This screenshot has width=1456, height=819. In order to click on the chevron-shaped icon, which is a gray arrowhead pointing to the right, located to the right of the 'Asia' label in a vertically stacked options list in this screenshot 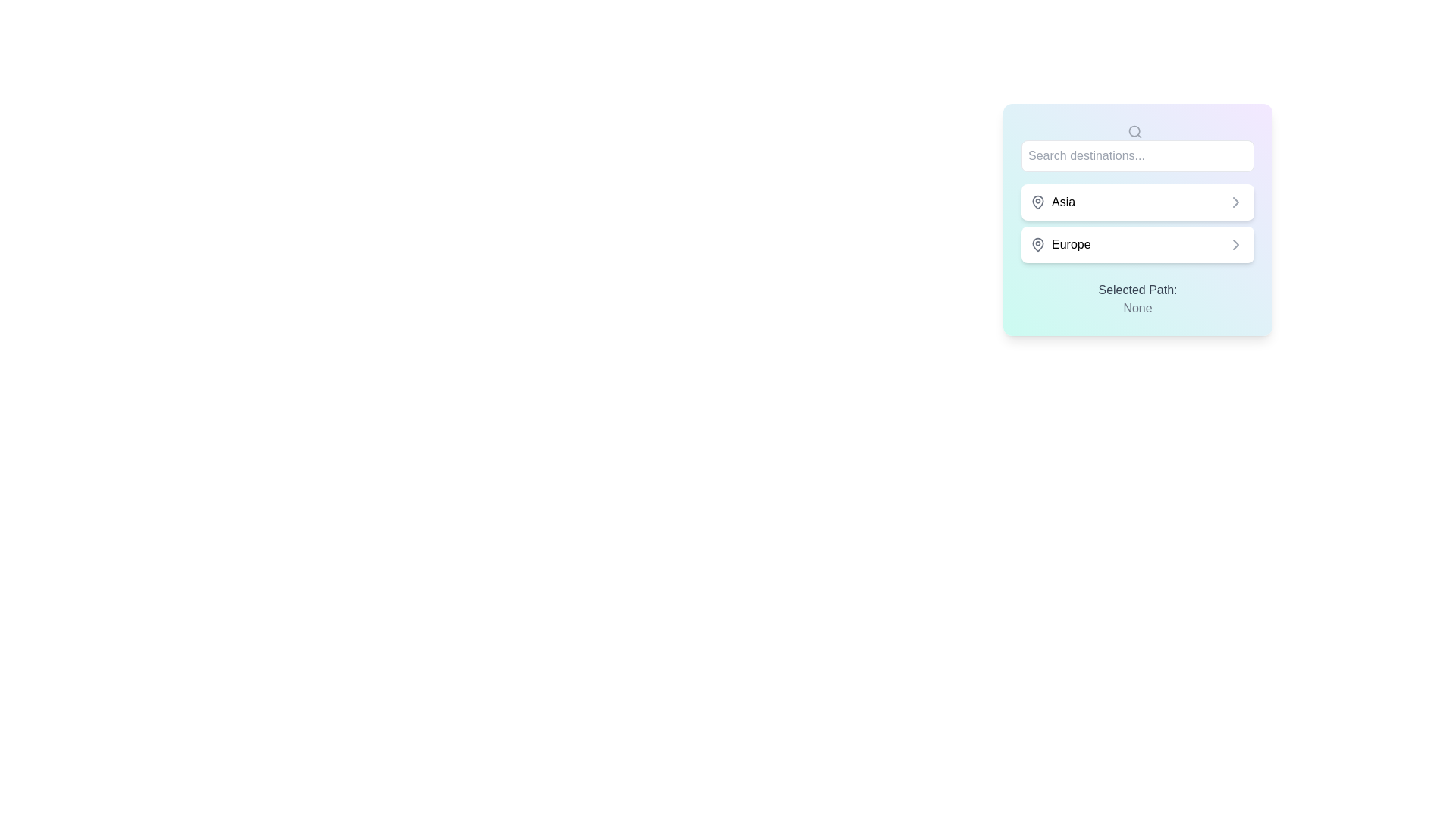, I will do `click(1236, 201)`.